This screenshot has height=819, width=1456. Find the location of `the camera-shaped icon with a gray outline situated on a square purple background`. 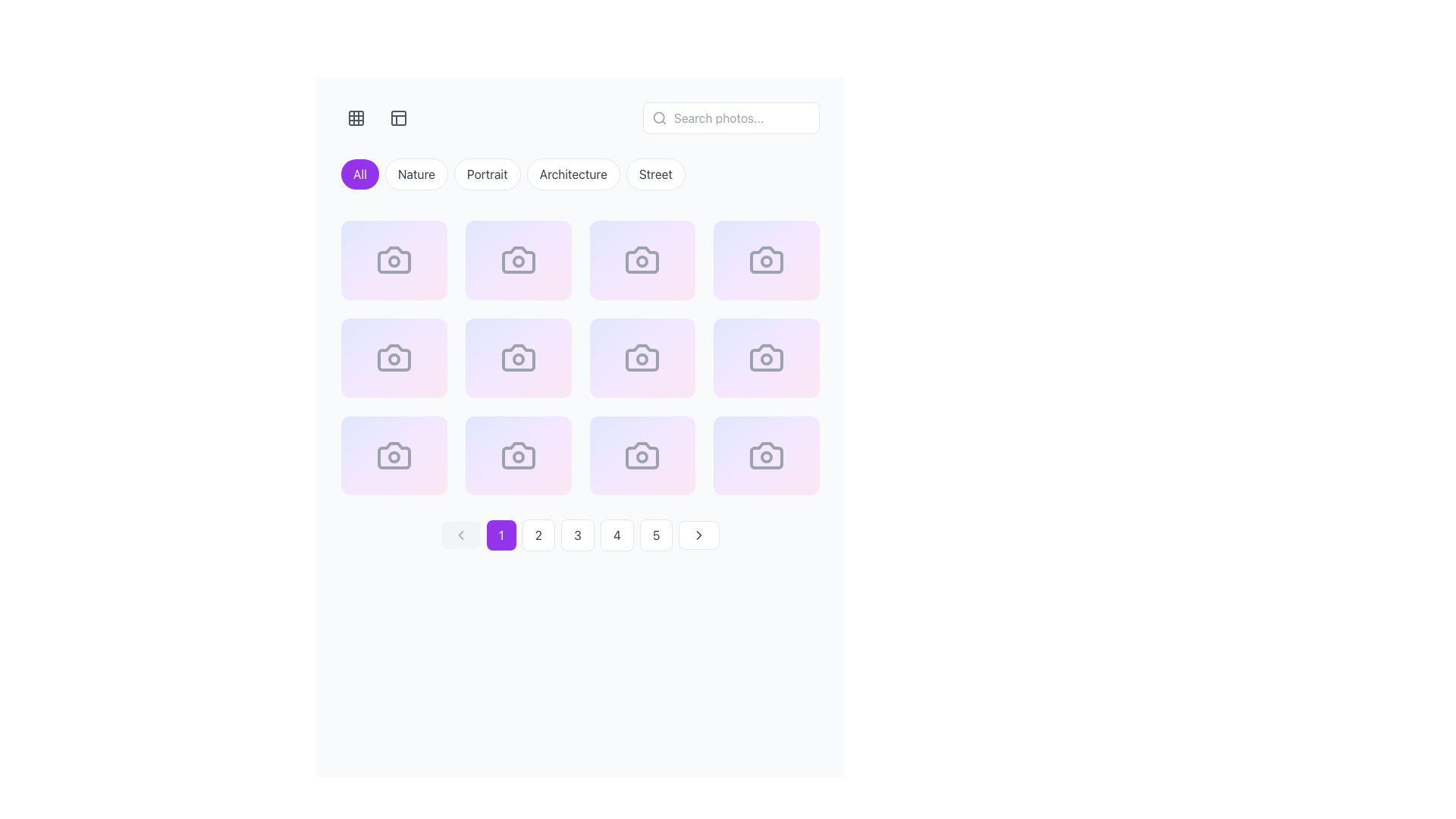

the camera-shaped icon with a gray outline situated on a square purple background is located at coordinates (394, 259).